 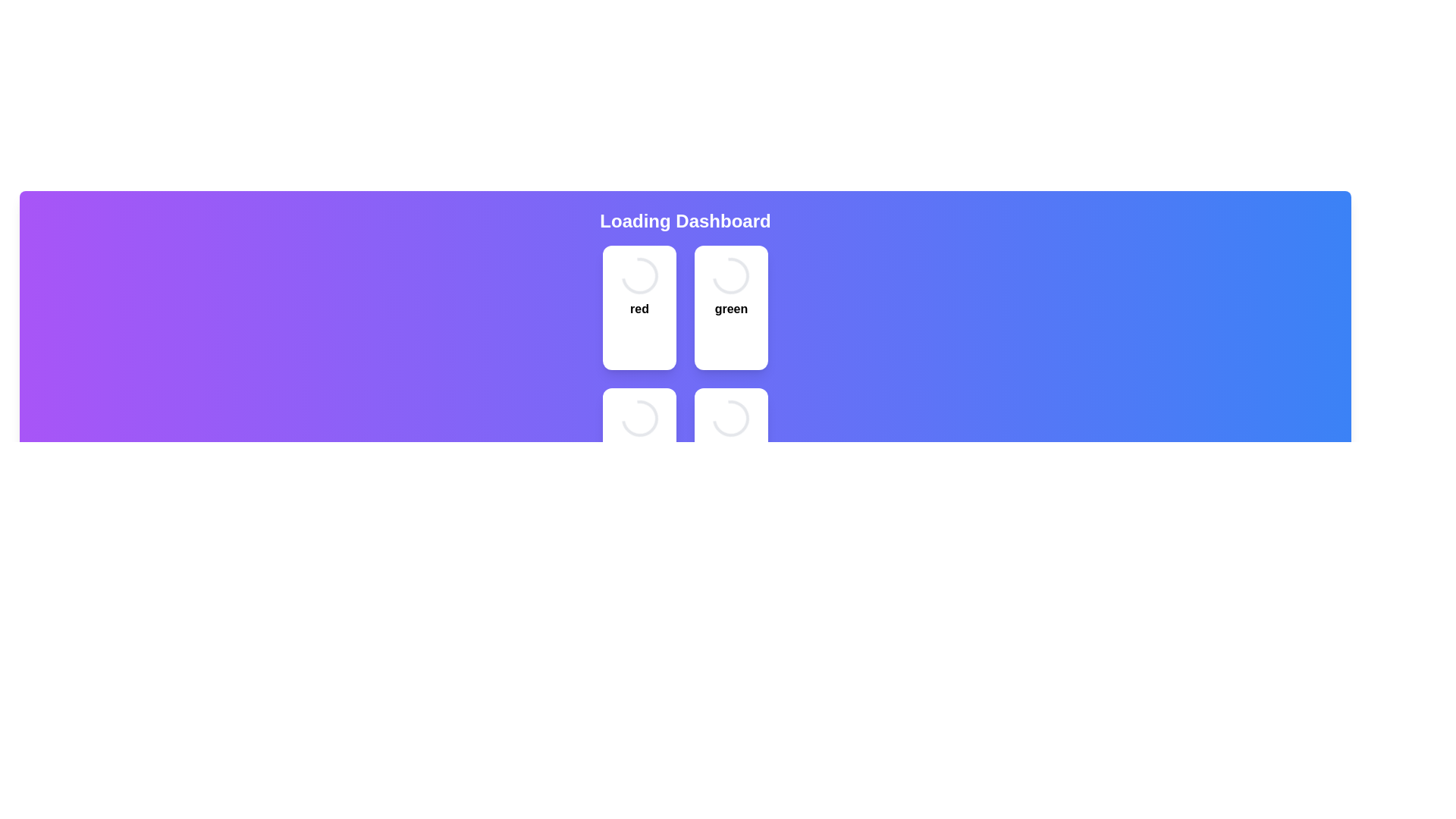 What do you see at coordinates (731, 307) in the screenshot?
I see `text displayed on the Card component with a spinner and 'Stop' button located in the second column of the first row within the 'Loading Dashboard'` at bounding box center [731, 307].